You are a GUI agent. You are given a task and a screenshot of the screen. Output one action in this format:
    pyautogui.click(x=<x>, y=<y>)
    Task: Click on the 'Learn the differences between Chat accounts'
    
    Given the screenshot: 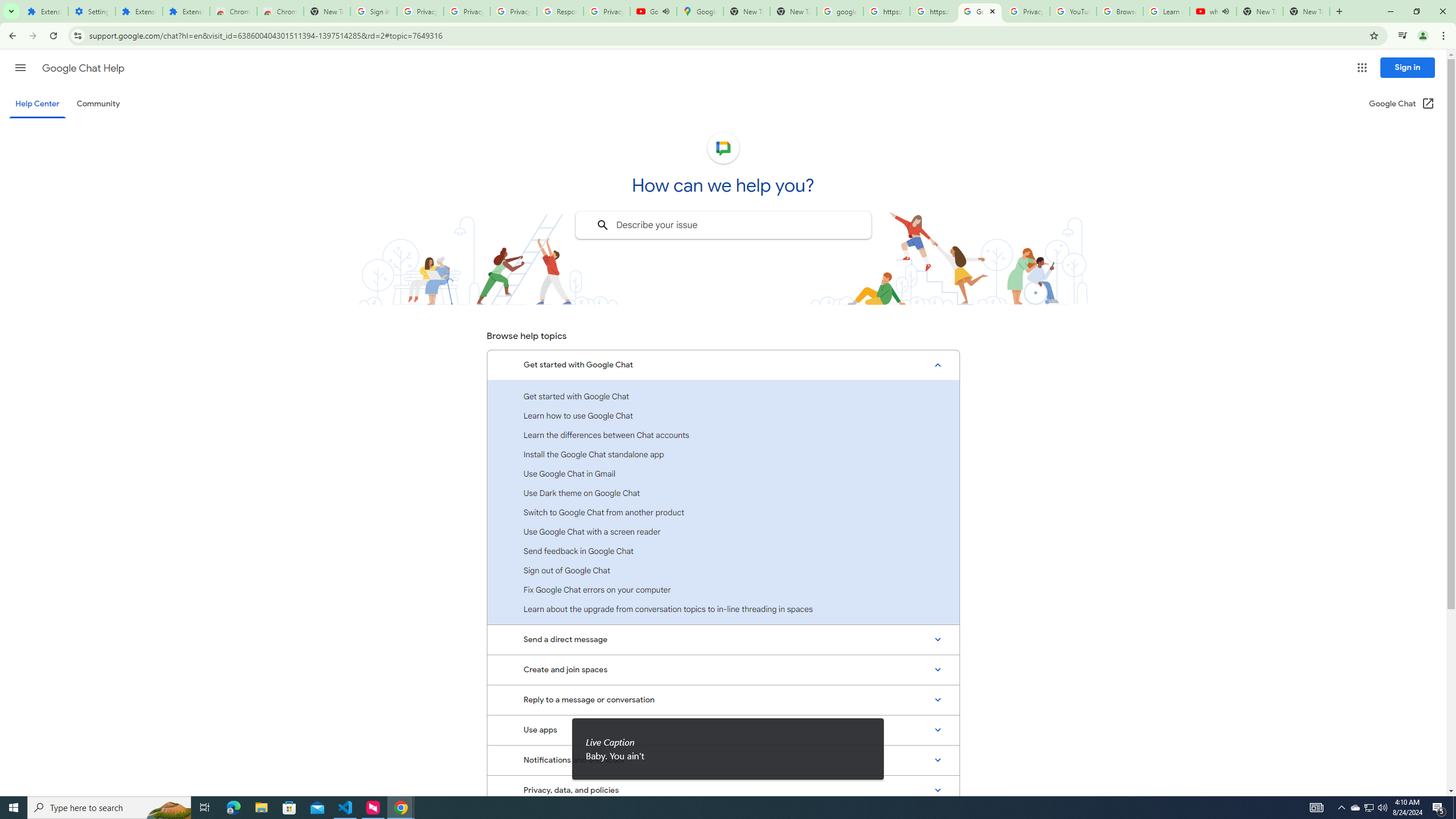 What is the action you would take?
    pyautogui.click(x=723, y=434)
    